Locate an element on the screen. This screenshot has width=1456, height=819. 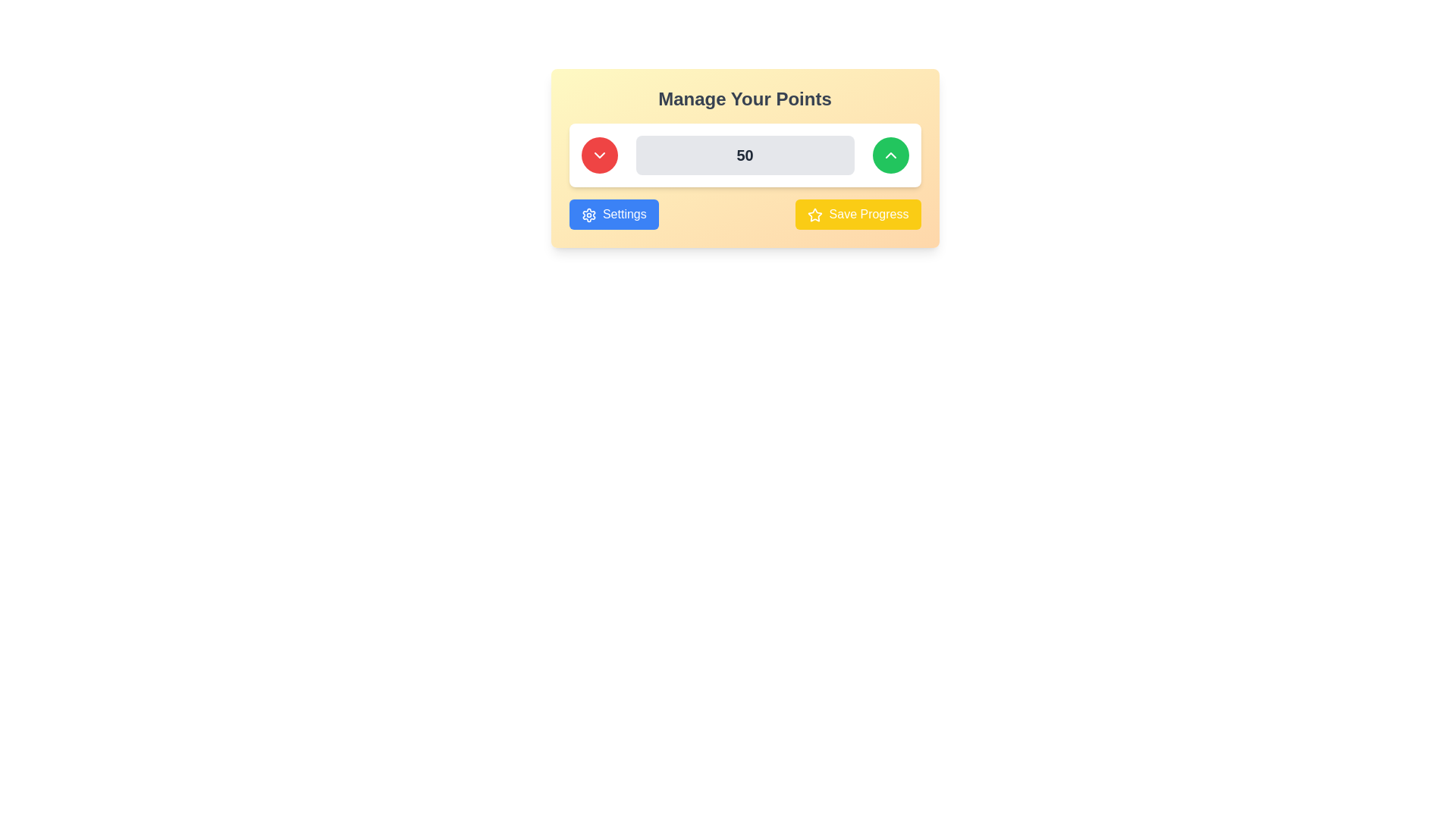
the star icon, which serves as a visual marker for rating or selection, located in the central region of the interface is located at coordinates (814, 215).